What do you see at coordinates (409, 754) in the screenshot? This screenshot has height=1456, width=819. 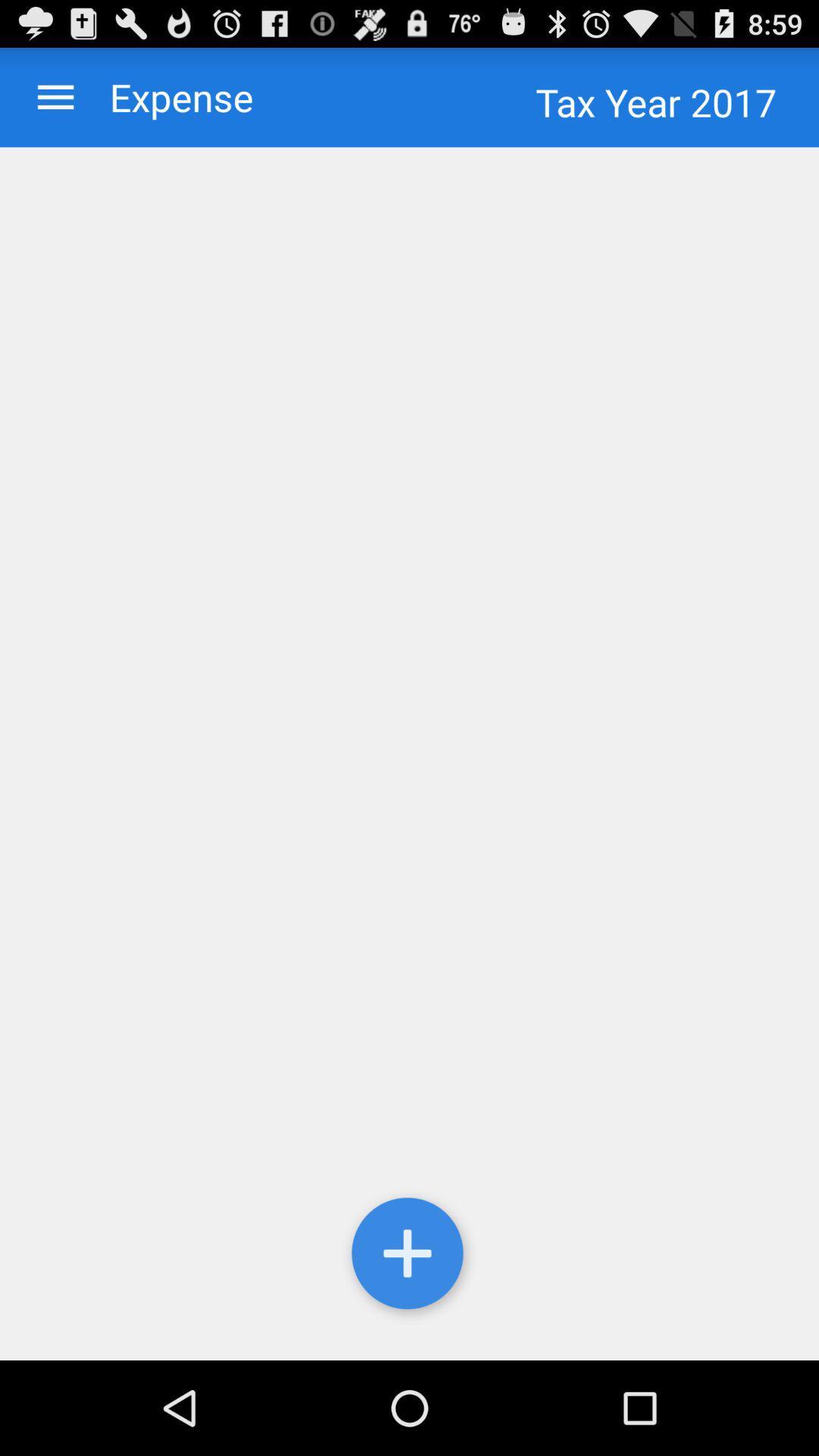 I see `blank page` at bounding box center [409, 754].